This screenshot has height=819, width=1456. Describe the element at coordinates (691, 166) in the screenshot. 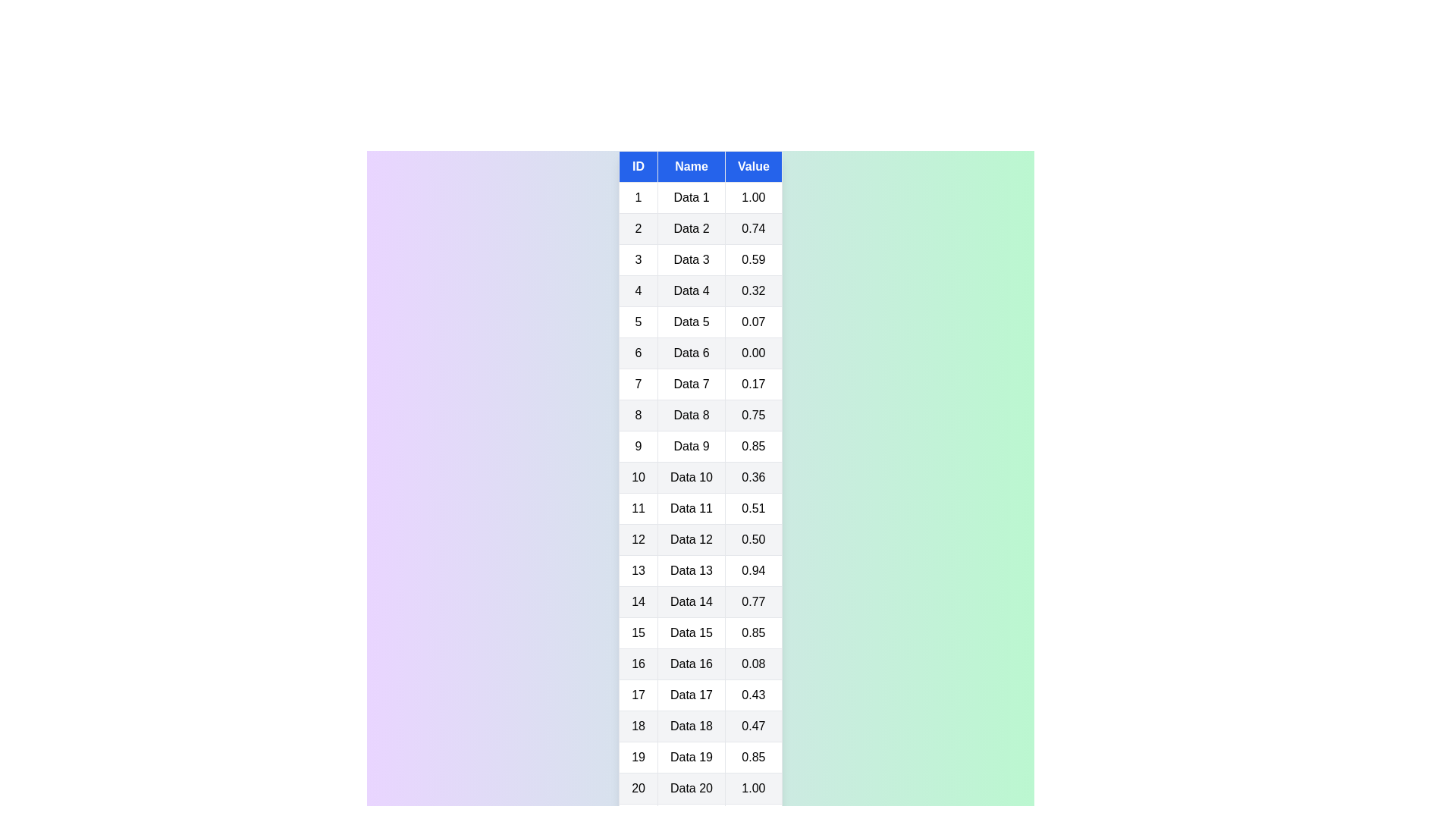

I see `the table header Name to sort the table` at that location.